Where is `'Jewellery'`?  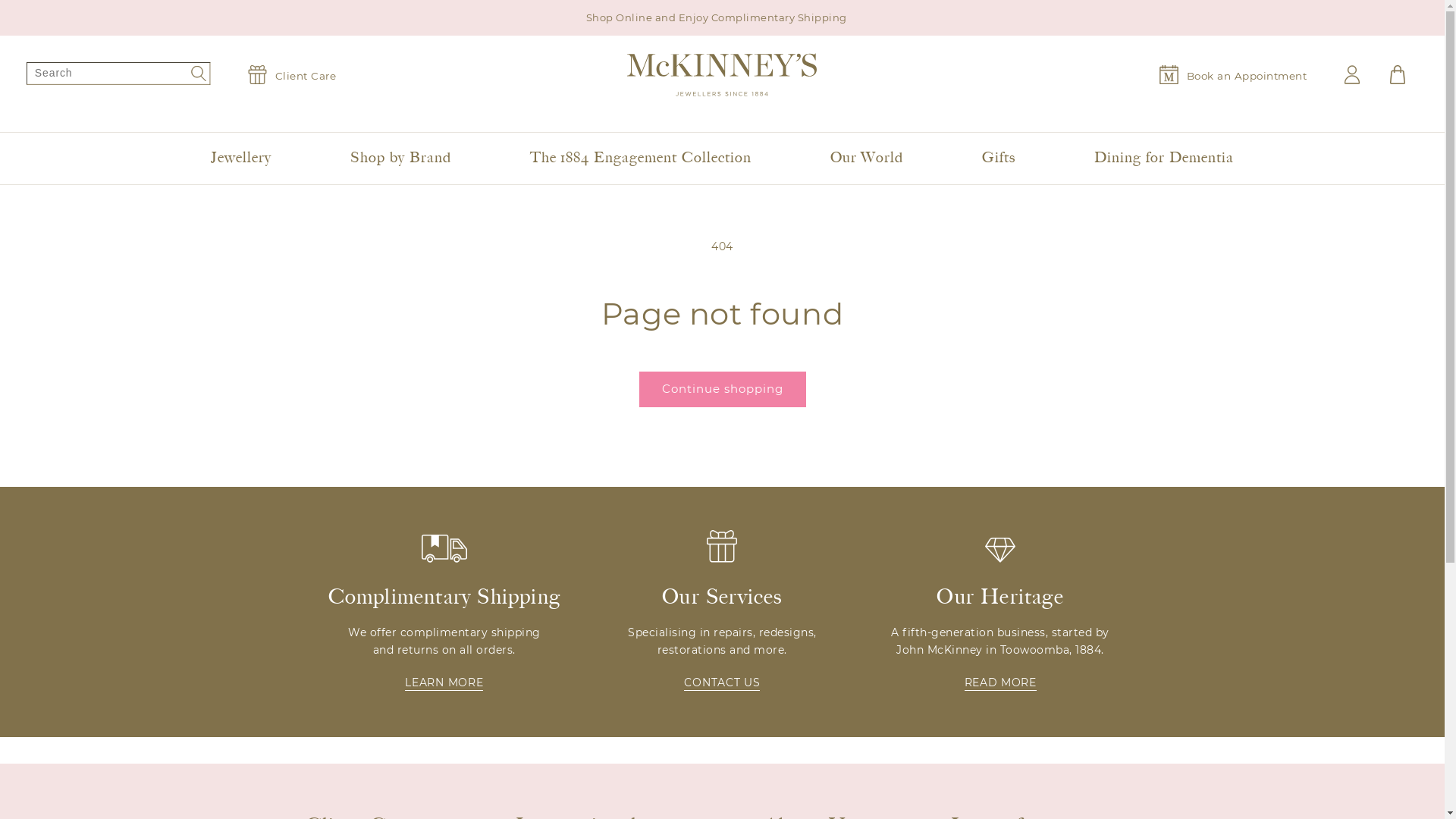 'Jewellery' is located at coordinates (240, 158).